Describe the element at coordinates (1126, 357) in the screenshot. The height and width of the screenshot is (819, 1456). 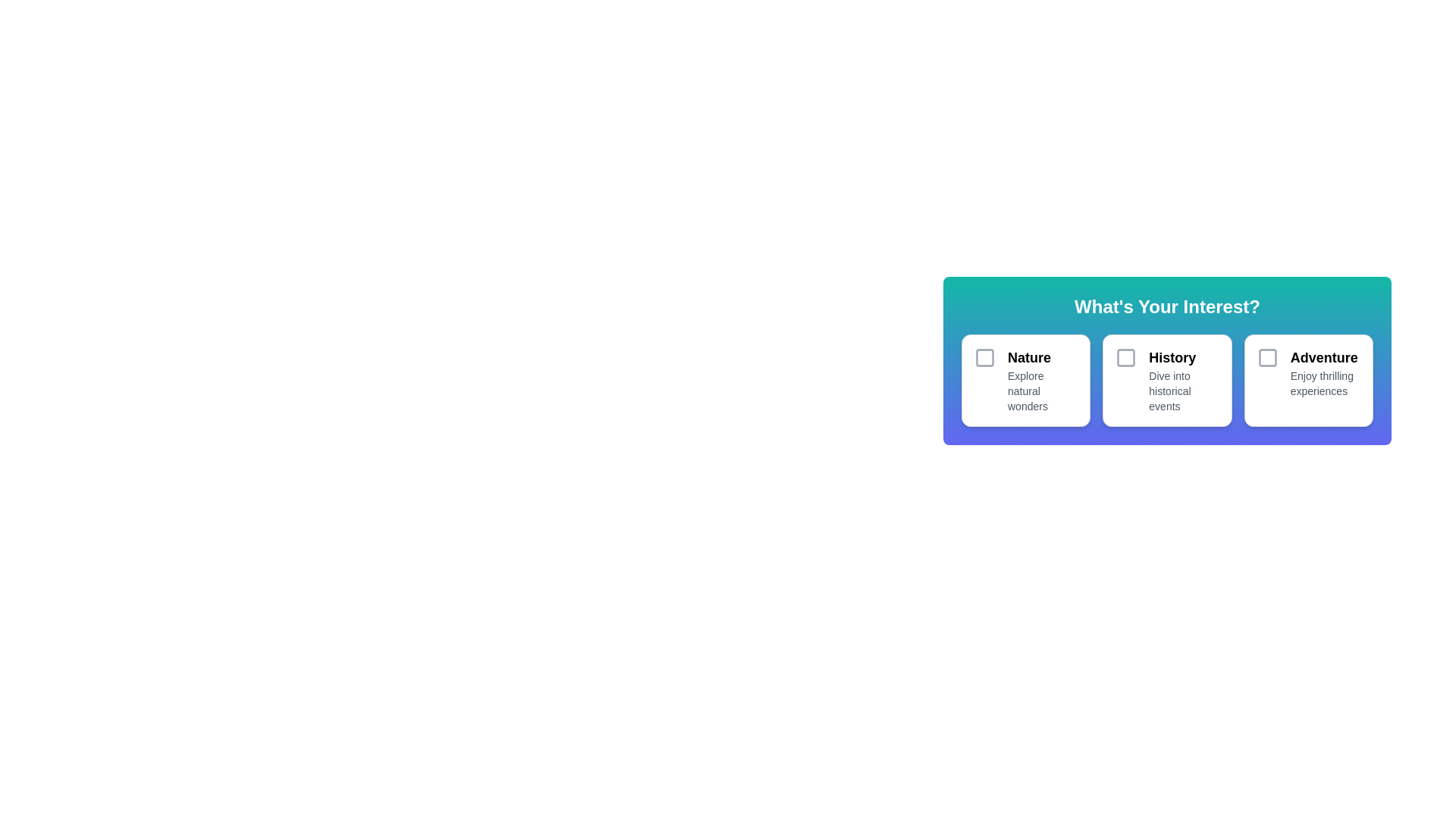
I see `the 'History' checkbox` at that location.